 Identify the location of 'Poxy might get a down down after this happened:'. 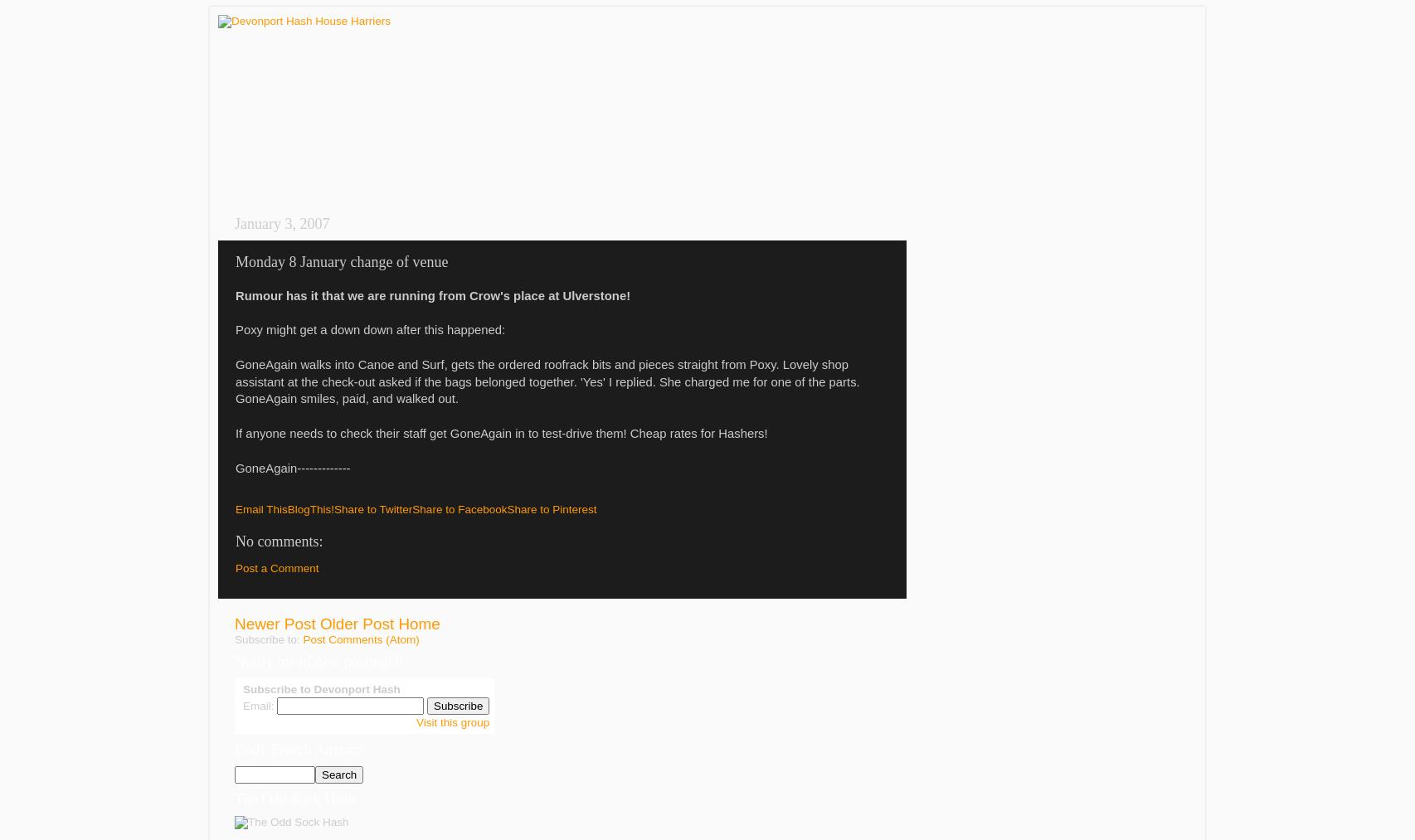
(369, 330).